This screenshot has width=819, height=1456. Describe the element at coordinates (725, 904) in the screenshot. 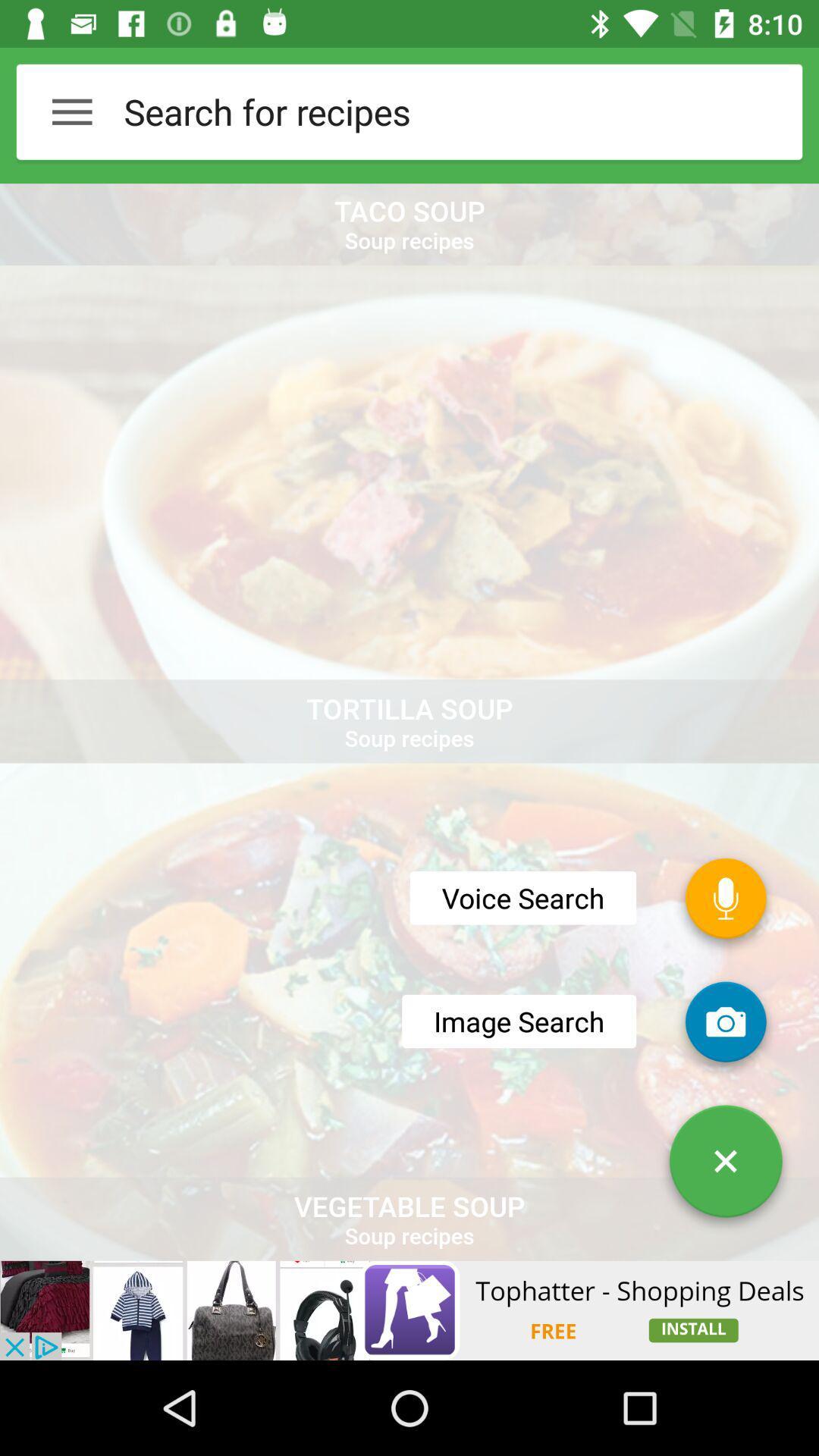

I see `the microphone icon` at that location.